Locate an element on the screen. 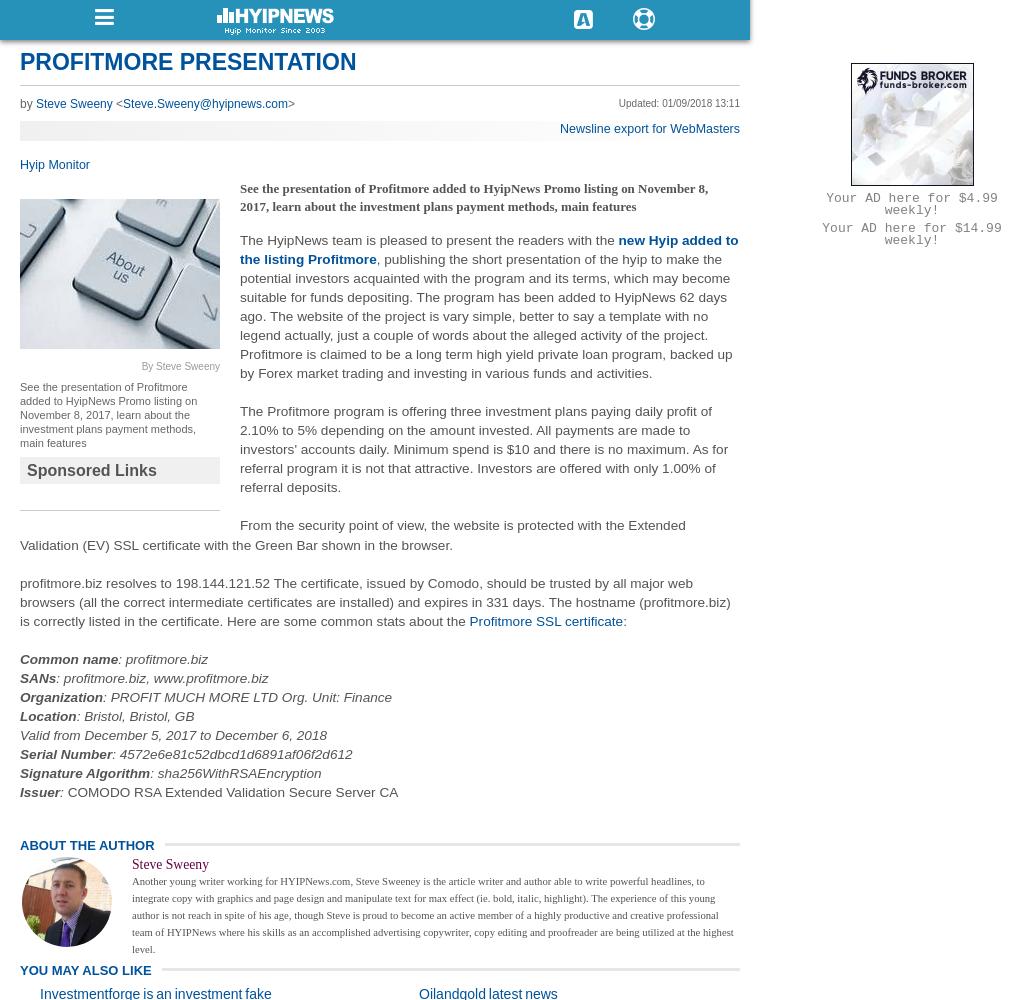  'profitmore.biz resolves to 198.144.121.52 The certificate, issued by Comodo, should be trusted by all major web browsers (all the correct intermediate certificates are installed) and expires in 331 days. The hostname (profitmore.biz) is correctly listed in the certificate. Here are some common stats about the' is located at coordinates (374, 600).